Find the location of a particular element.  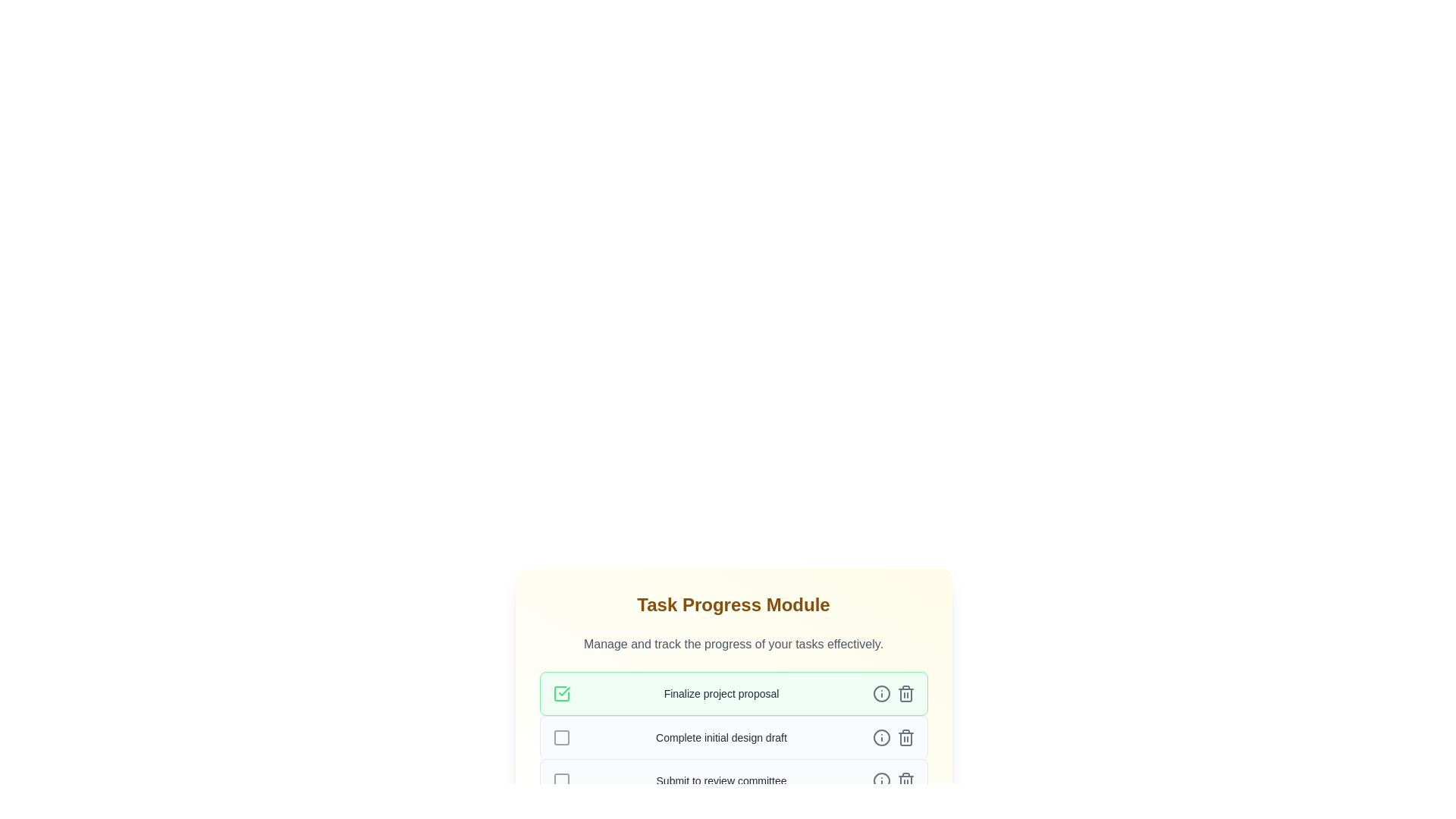

the informational icon located to the right of the task title 'Finalize project proposal' and before the trash icon by moving the cursor to its center is located at coordinates (881, 693).